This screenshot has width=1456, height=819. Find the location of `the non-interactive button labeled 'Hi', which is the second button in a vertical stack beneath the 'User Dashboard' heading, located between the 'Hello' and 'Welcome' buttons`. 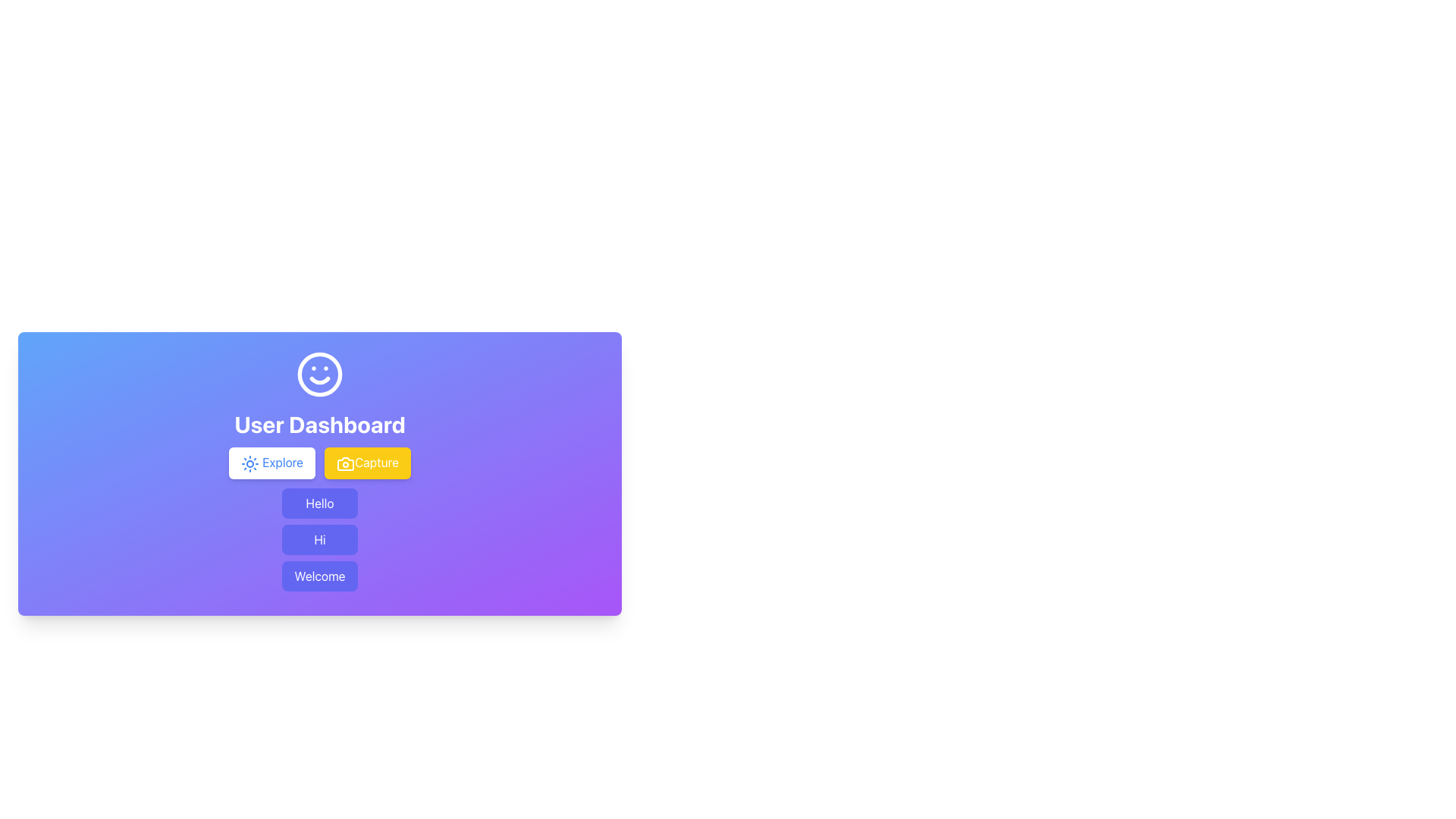

the non-interactive button labeled 'Hi', which is the second button in a vertical stack beneath the 'User Dashboard' heading, located between the 'Hello' and 'Welcome' buttons is located at coordinates (319, 538).